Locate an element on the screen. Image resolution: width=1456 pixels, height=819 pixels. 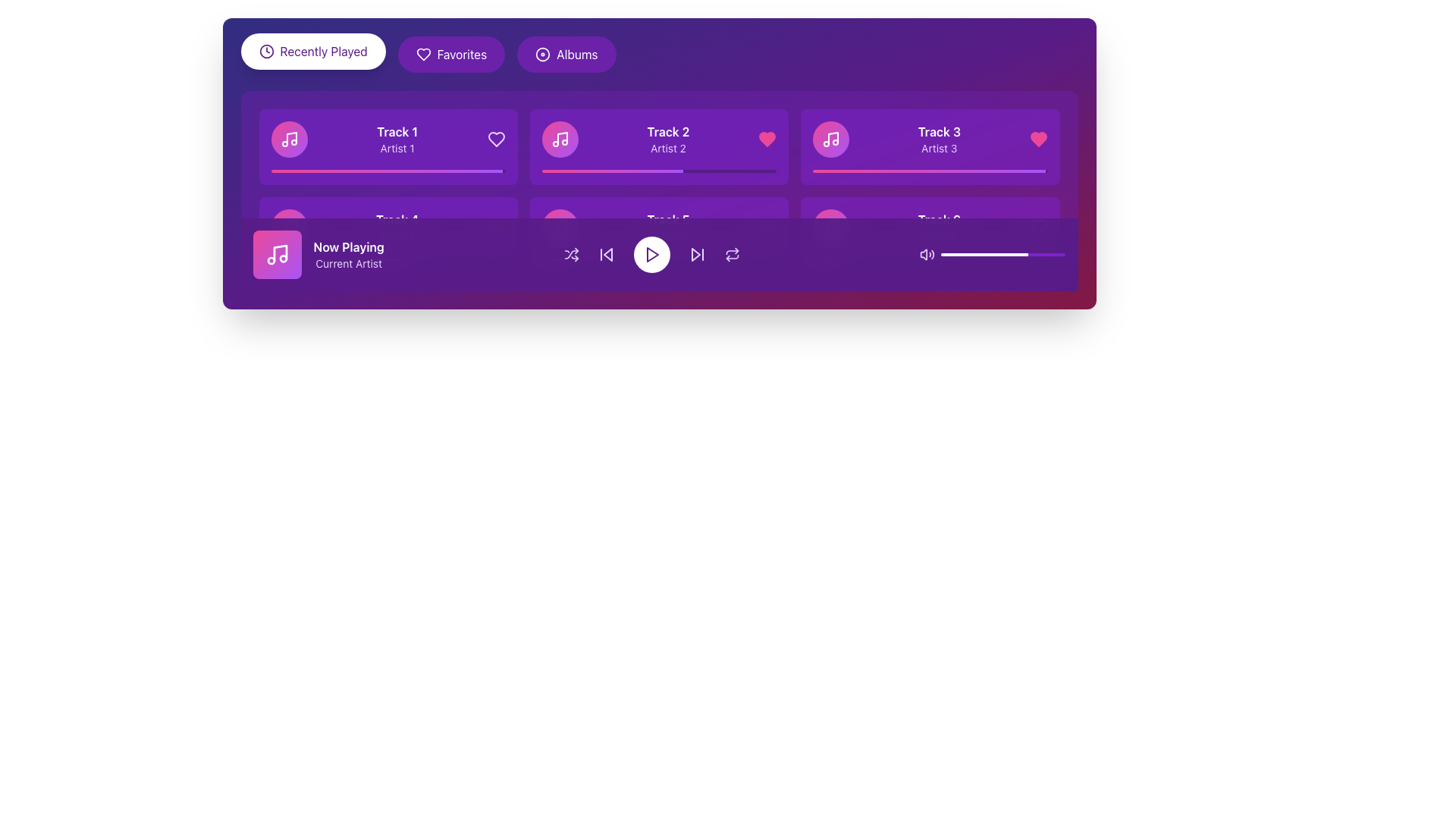
the shuffle icon, which is a purple-tinted icon with crossing arrows located to the left of the play button in the playback controls section is located at coordinates (571, 253).